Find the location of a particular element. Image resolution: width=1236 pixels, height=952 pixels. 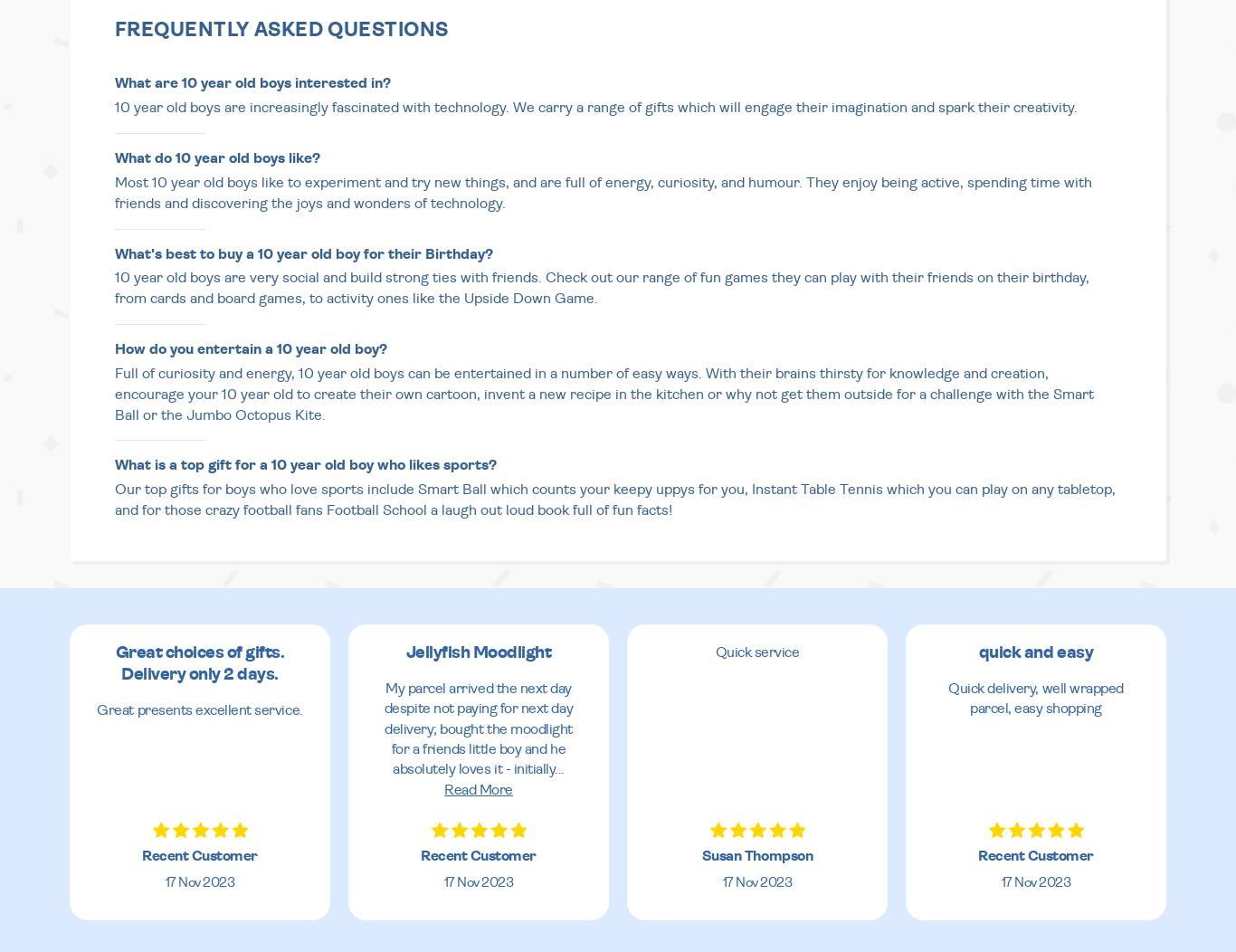

'What do 10 year old boys like?' is located at coordinates (217, 157).